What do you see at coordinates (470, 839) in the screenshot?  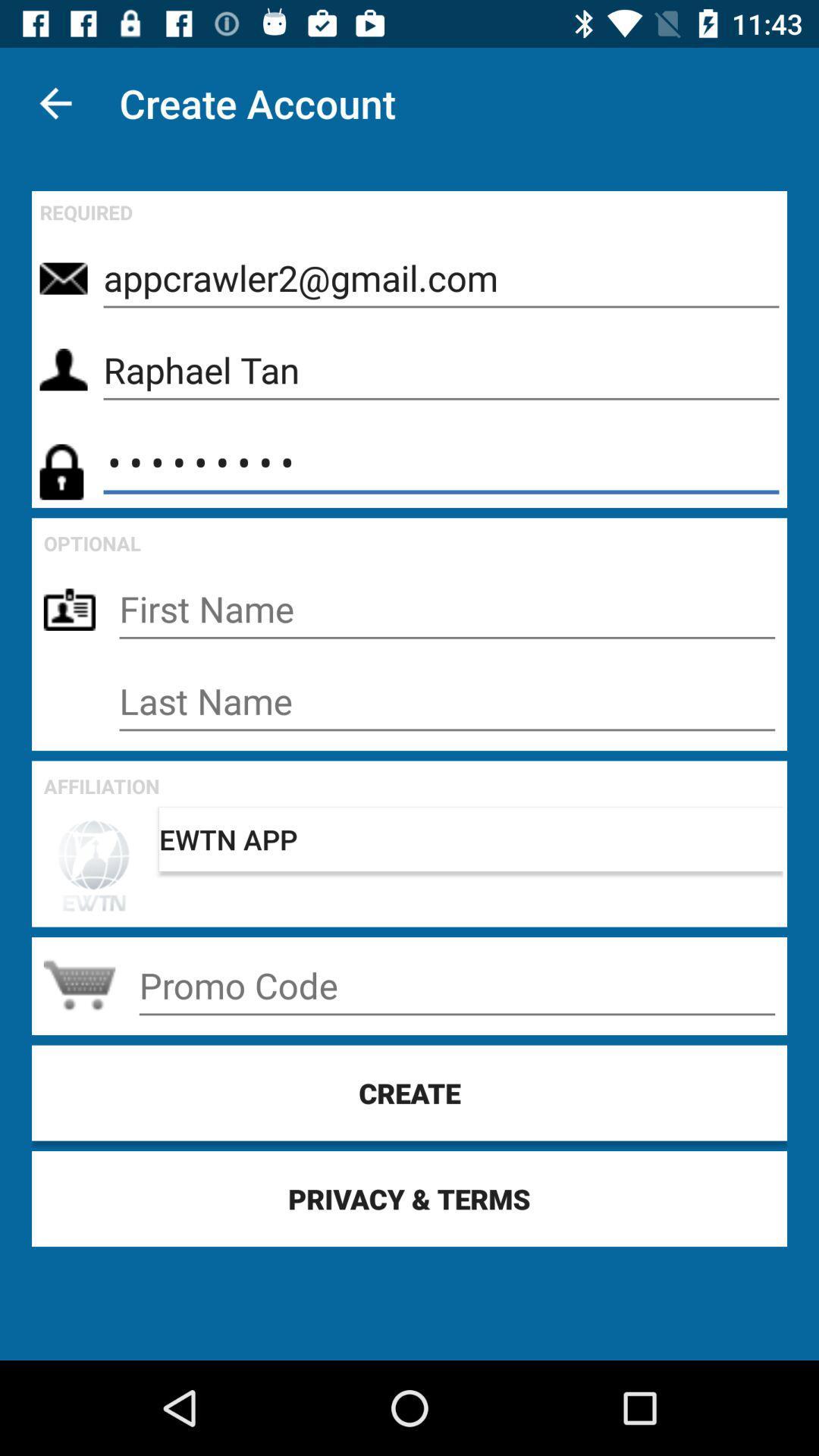 I see `icon next to the affiliation item` at bounding box center [470, 839].